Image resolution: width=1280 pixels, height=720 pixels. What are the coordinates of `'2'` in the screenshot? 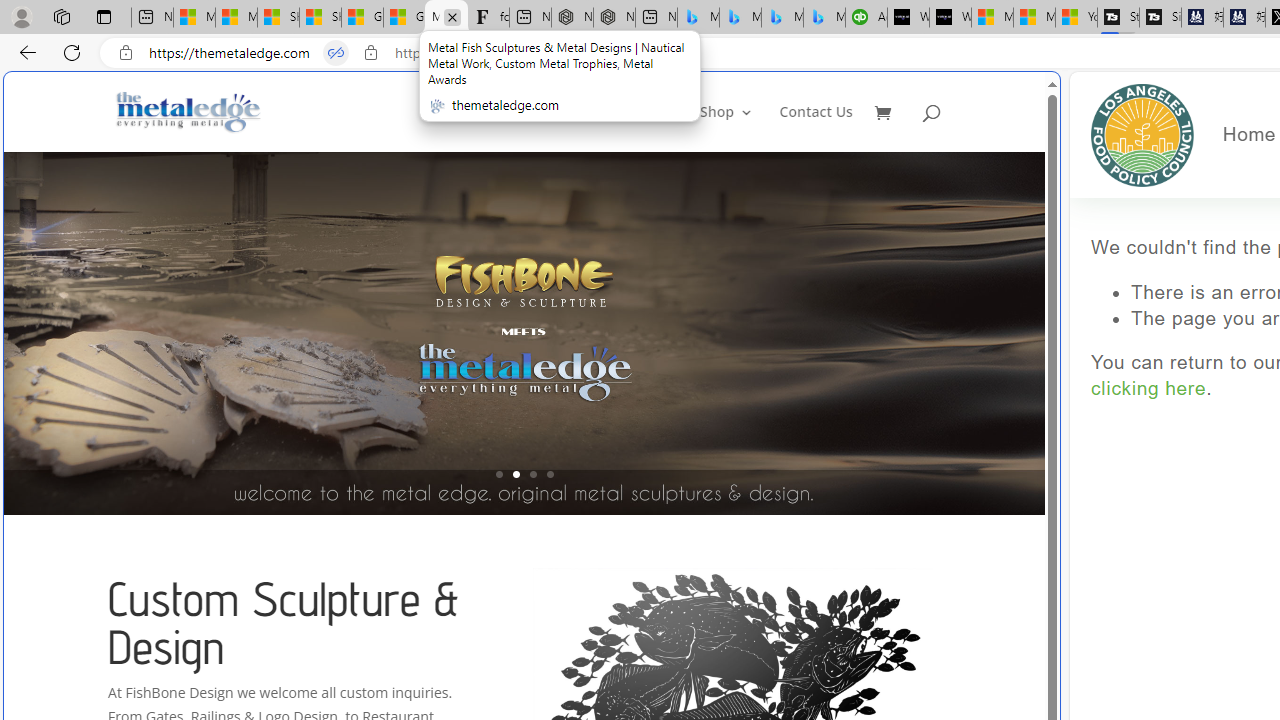 It's located at (515, 474).